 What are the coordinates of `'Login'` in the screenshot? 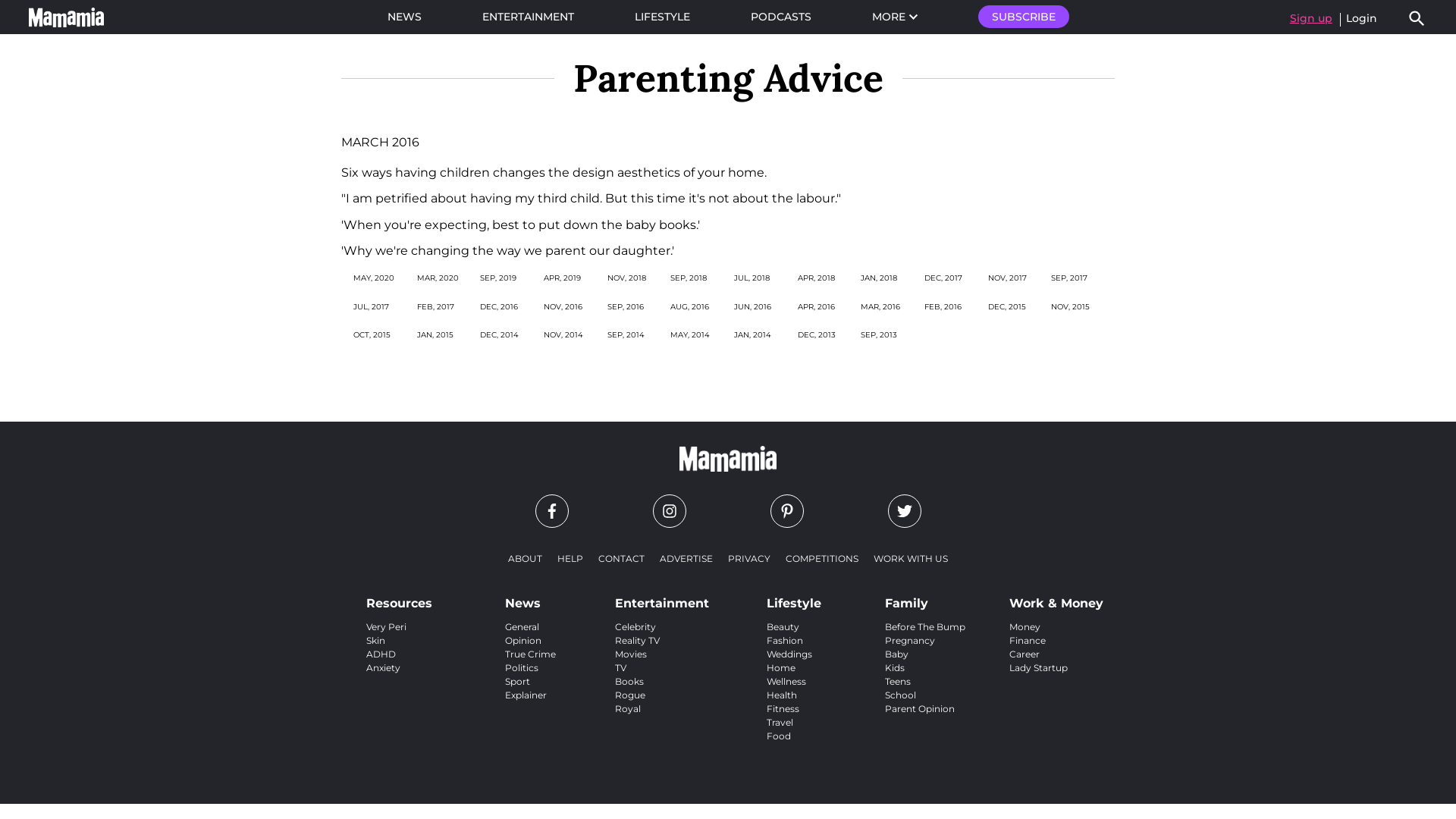 It's located at (1361, 17).